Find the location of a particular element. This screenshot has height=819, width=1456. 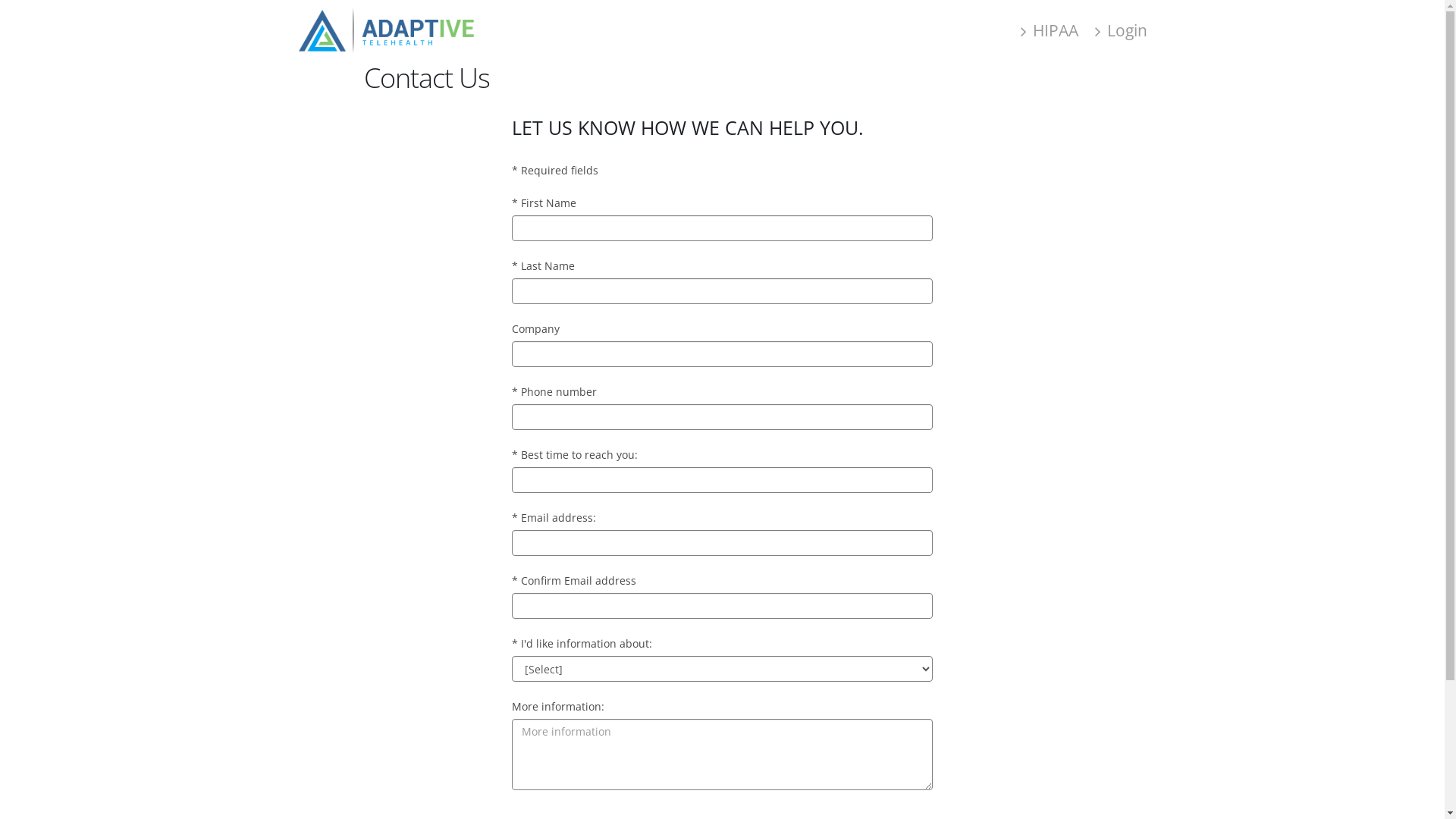

'Login' is located at coordinates (1121, 30).